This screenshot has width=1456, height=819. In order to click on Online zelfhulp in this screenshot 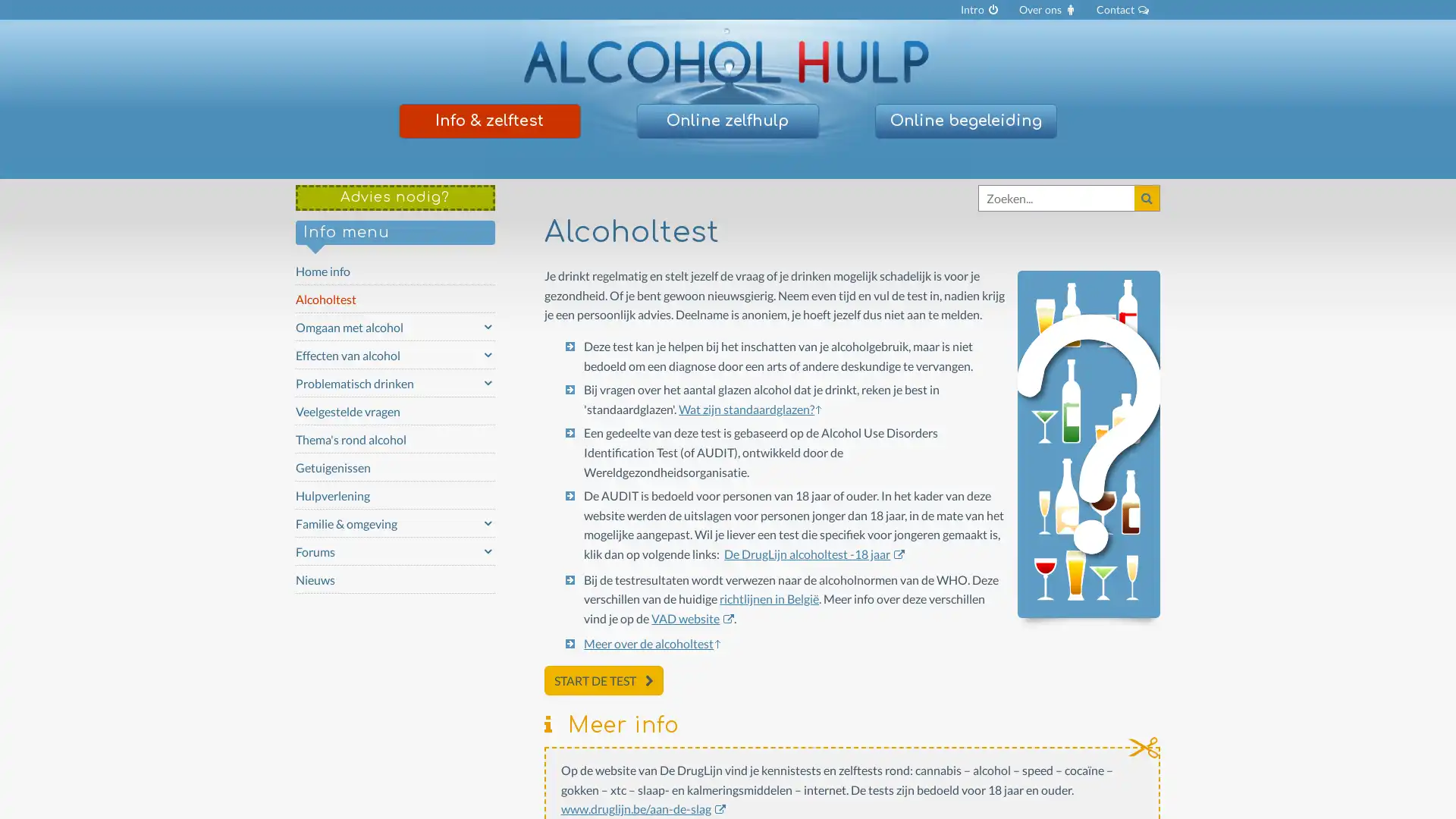, I will do `click(726, 120)`.